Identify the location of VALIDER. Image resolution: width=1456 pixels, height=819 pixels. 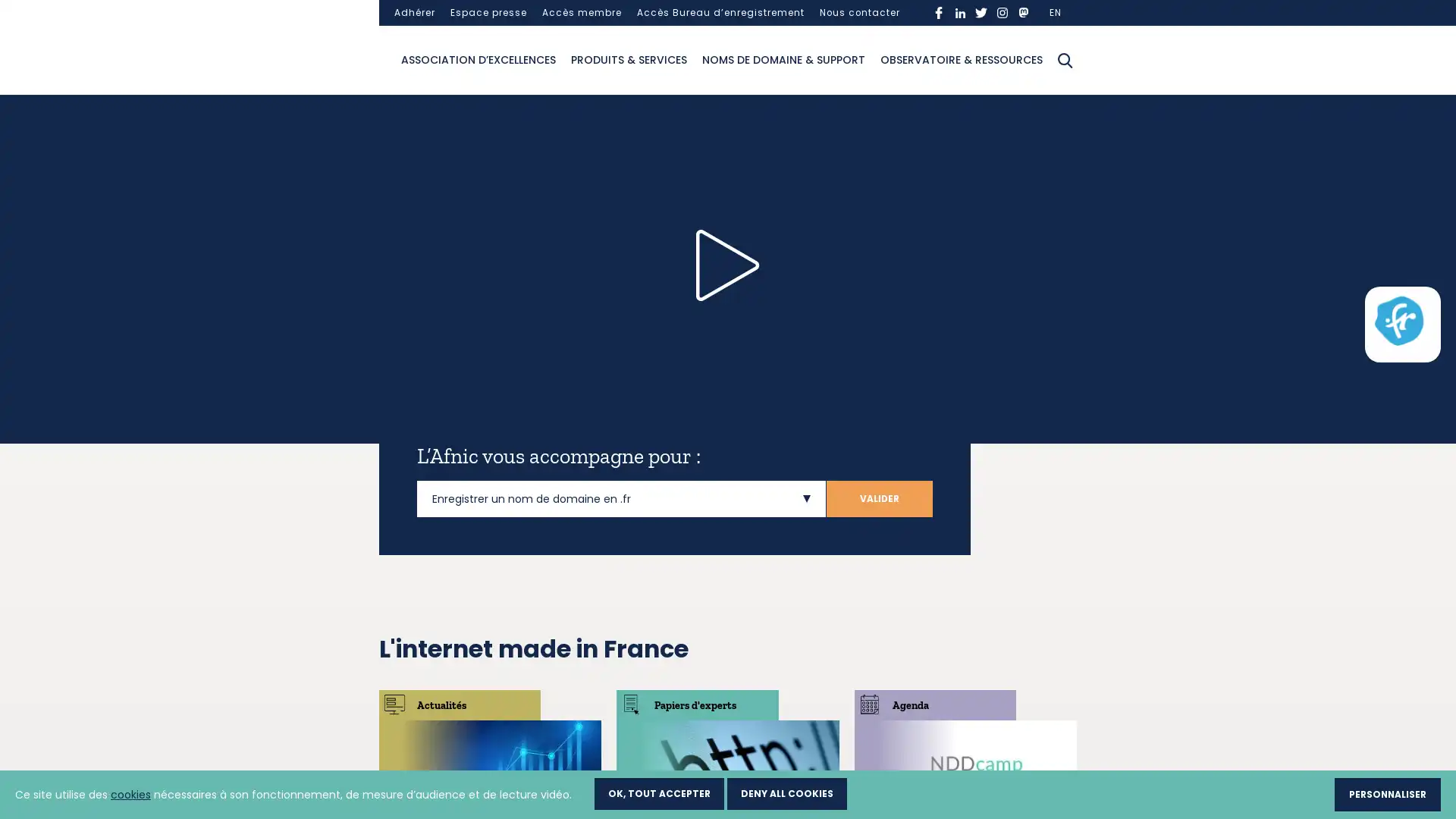
(880, 498).